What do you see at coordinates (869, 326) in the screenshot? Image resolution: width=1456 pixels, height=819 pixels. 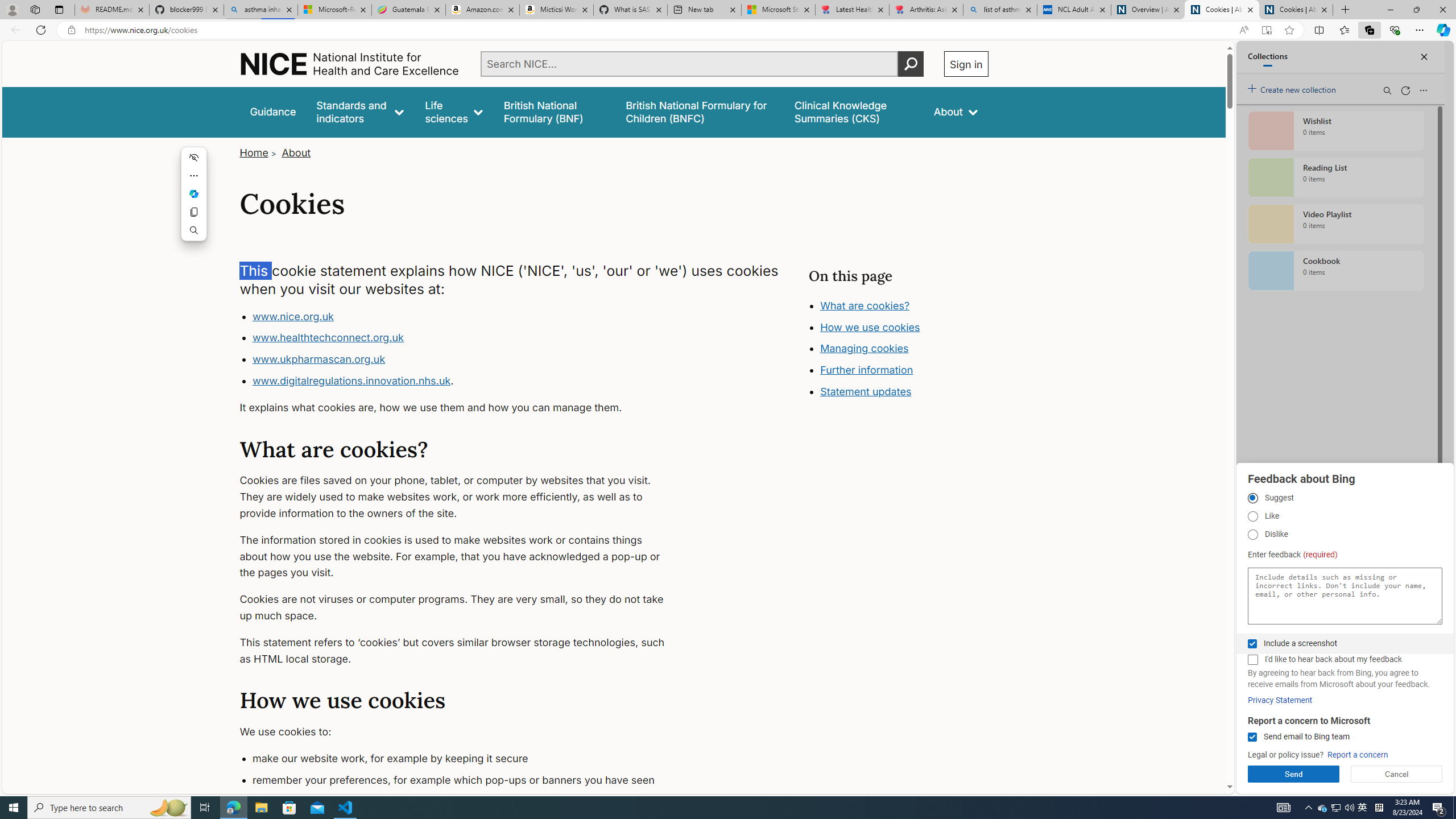 I see `'How we use cookies'` at bounding box center [869, 326].